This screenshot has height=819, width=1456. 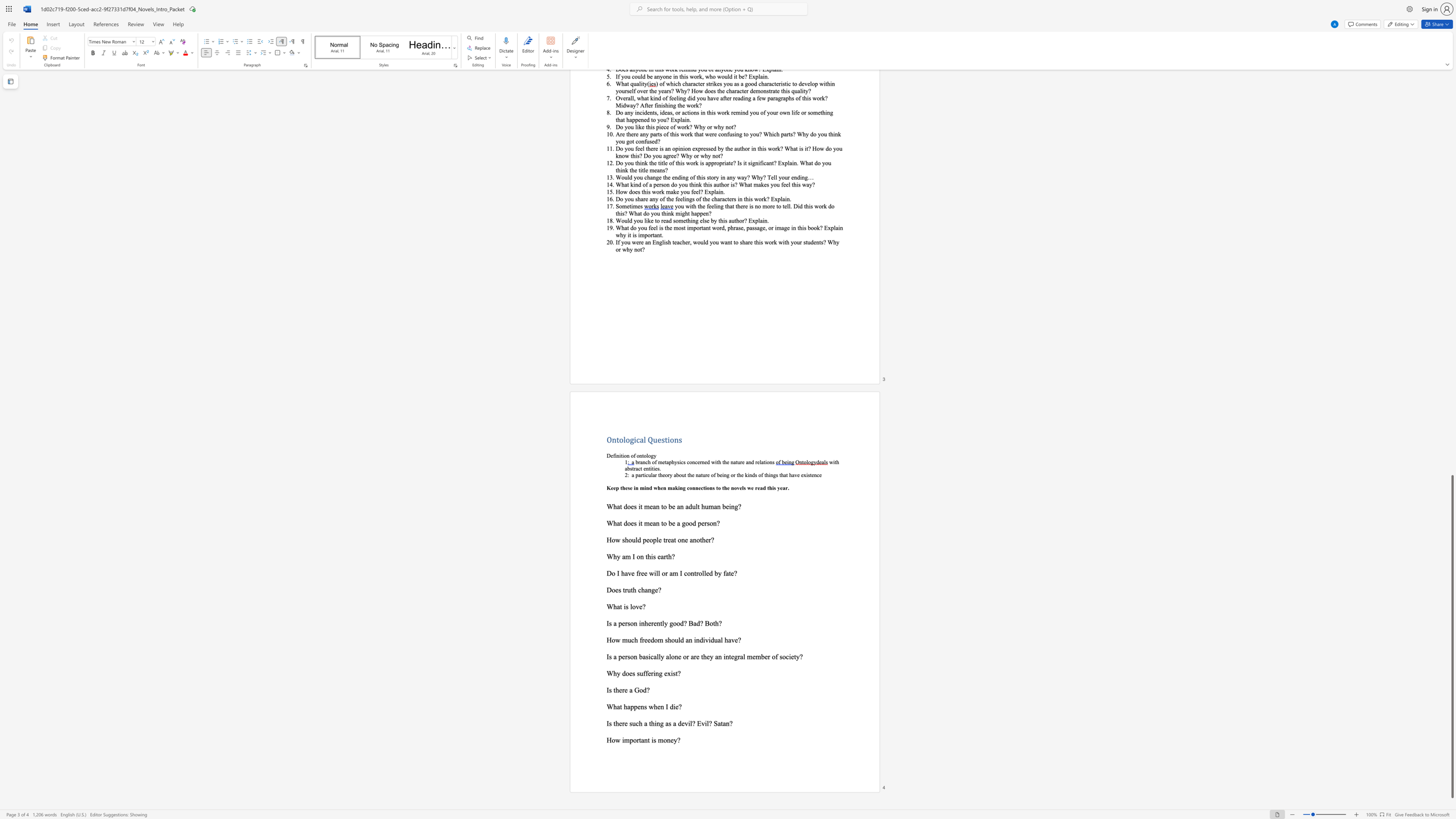 What do you see at coordinates (676, 439) in the screenshot?
I see `the 2th character "n" in the text` at bounding box center [676, 439].